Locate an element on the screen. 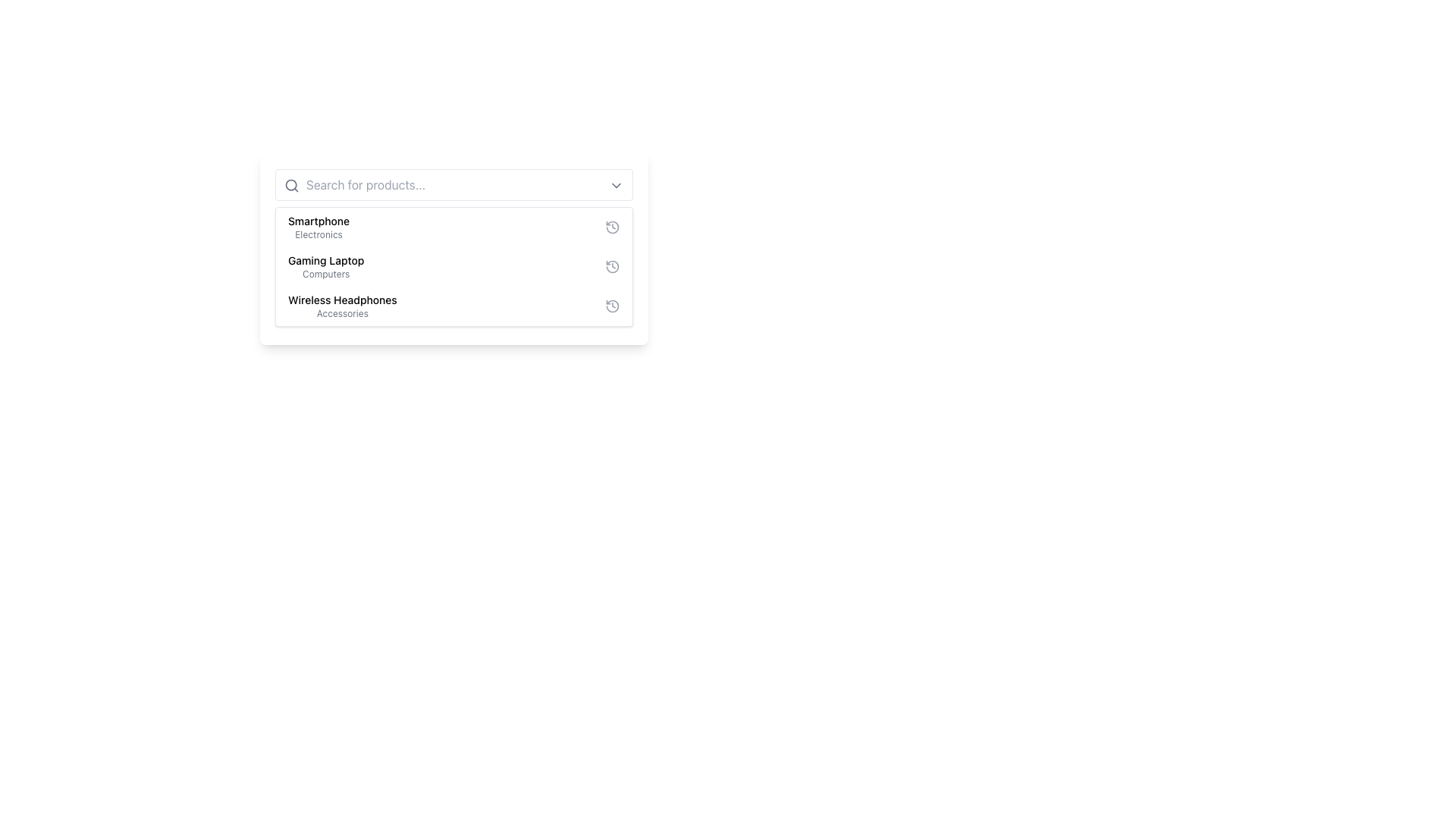 This screenshot has height=819, width=1456. the static text label displaying 'Electronics', which is styled in a small gray font and positioned directly below the 'Smartphone' text is located at coordinates (318, 234).